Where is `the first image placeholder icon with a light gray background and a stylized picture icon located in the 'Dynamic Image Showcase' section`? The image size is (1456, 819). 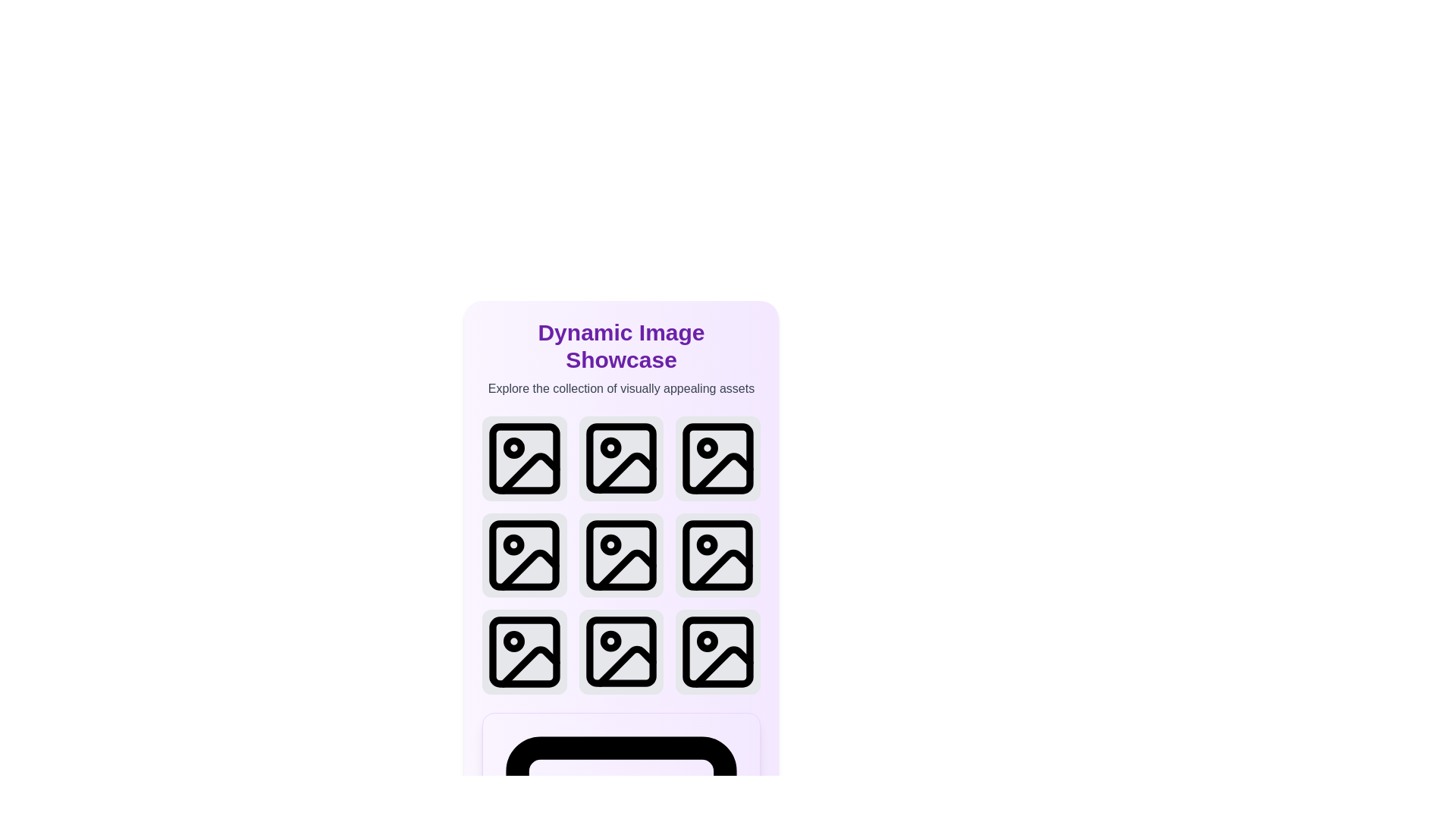 the first image placeholder icon with a light gray background and a stylized picture icon located in the 'Dynamic Image Showcase' section is located at coordinates (524, 457).